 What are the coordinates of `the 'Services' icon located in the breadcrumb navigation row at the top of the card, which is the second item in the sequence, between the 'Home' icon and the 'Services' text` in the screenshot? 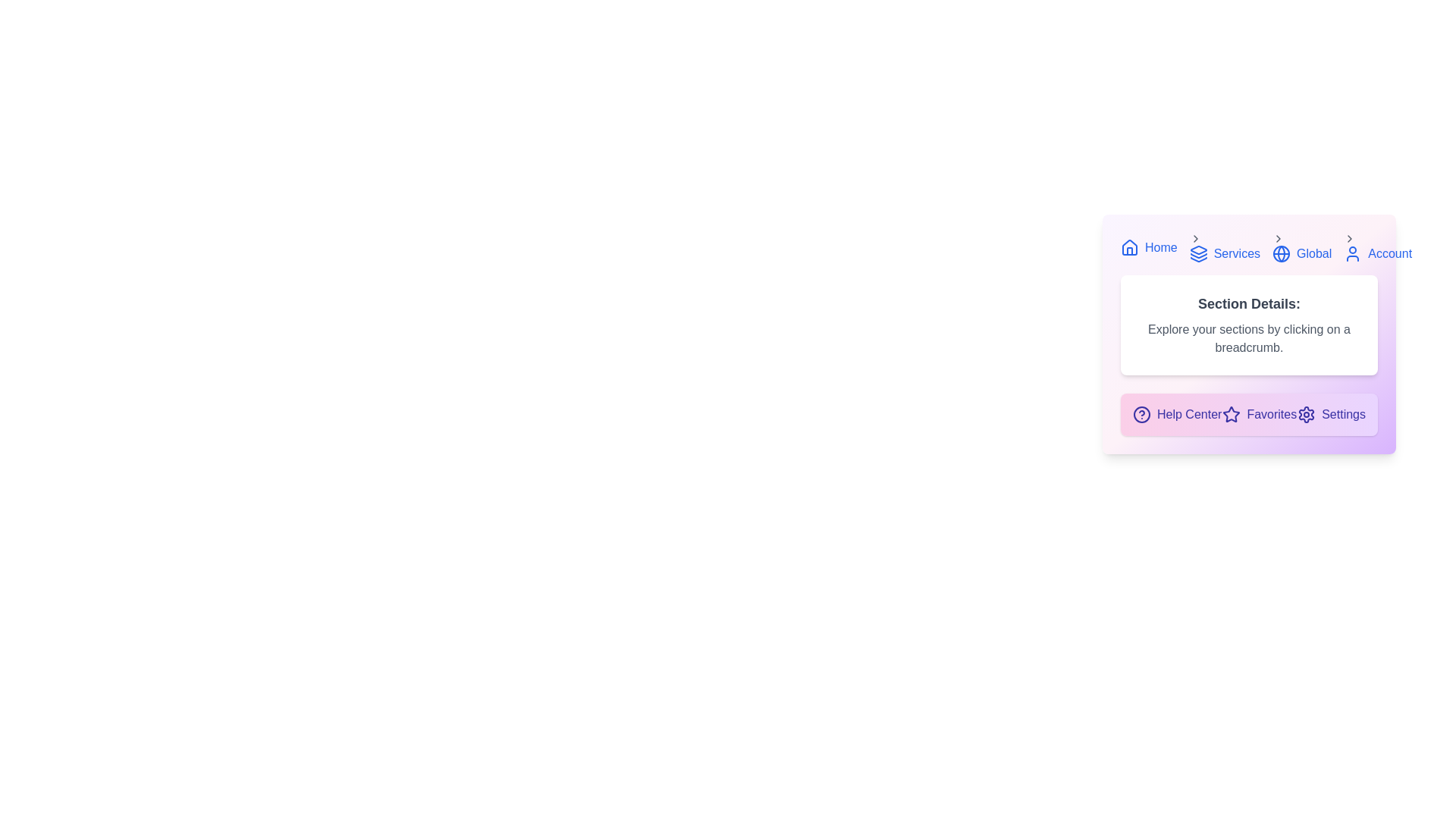 It's located at (1197, 249).